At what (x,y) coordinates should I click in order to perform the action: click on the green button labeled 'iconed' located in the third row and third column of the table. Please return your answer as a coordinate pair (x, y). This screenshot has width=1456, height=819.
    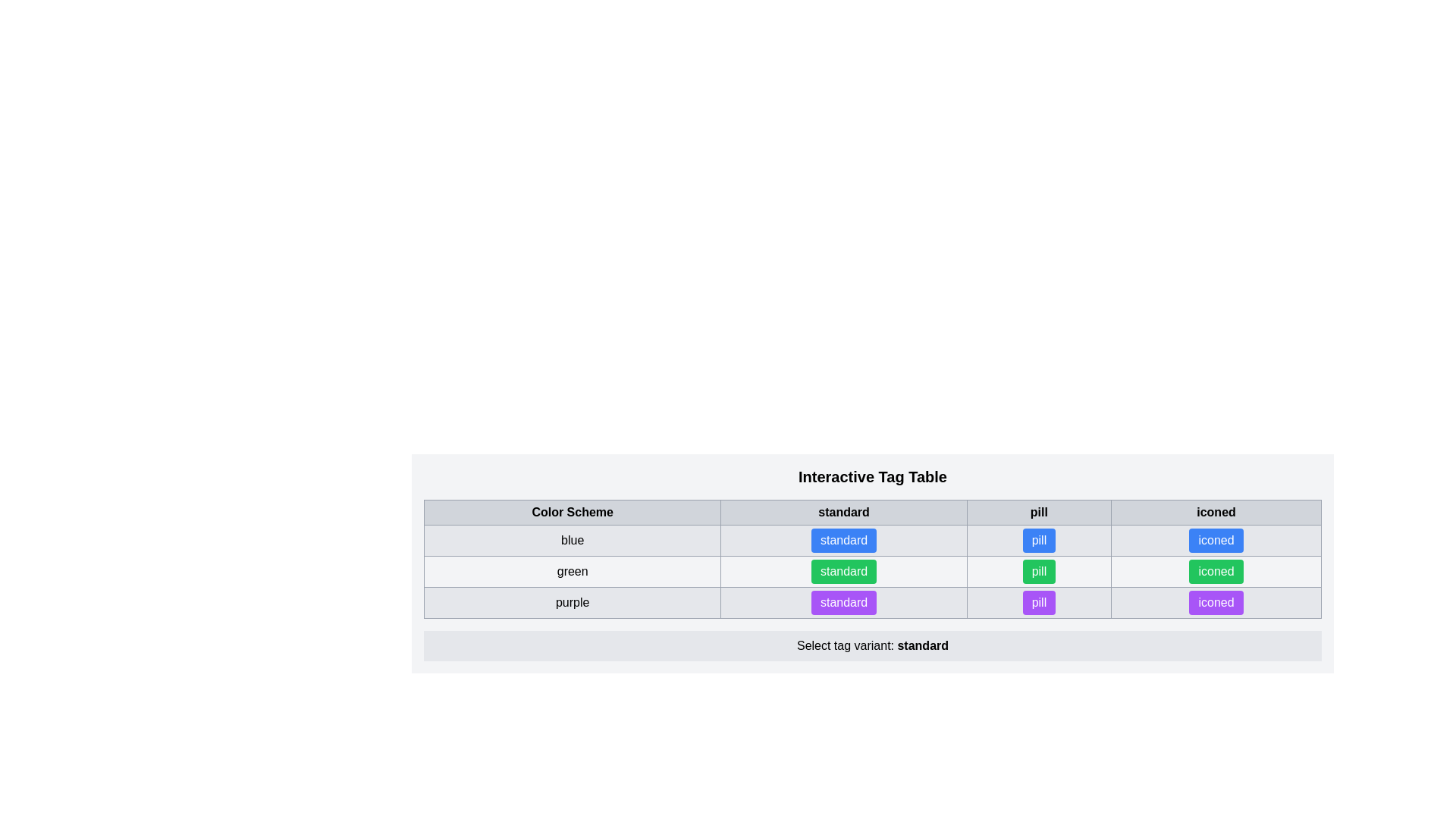
    Looking at the image, I should click on (1216, 571).